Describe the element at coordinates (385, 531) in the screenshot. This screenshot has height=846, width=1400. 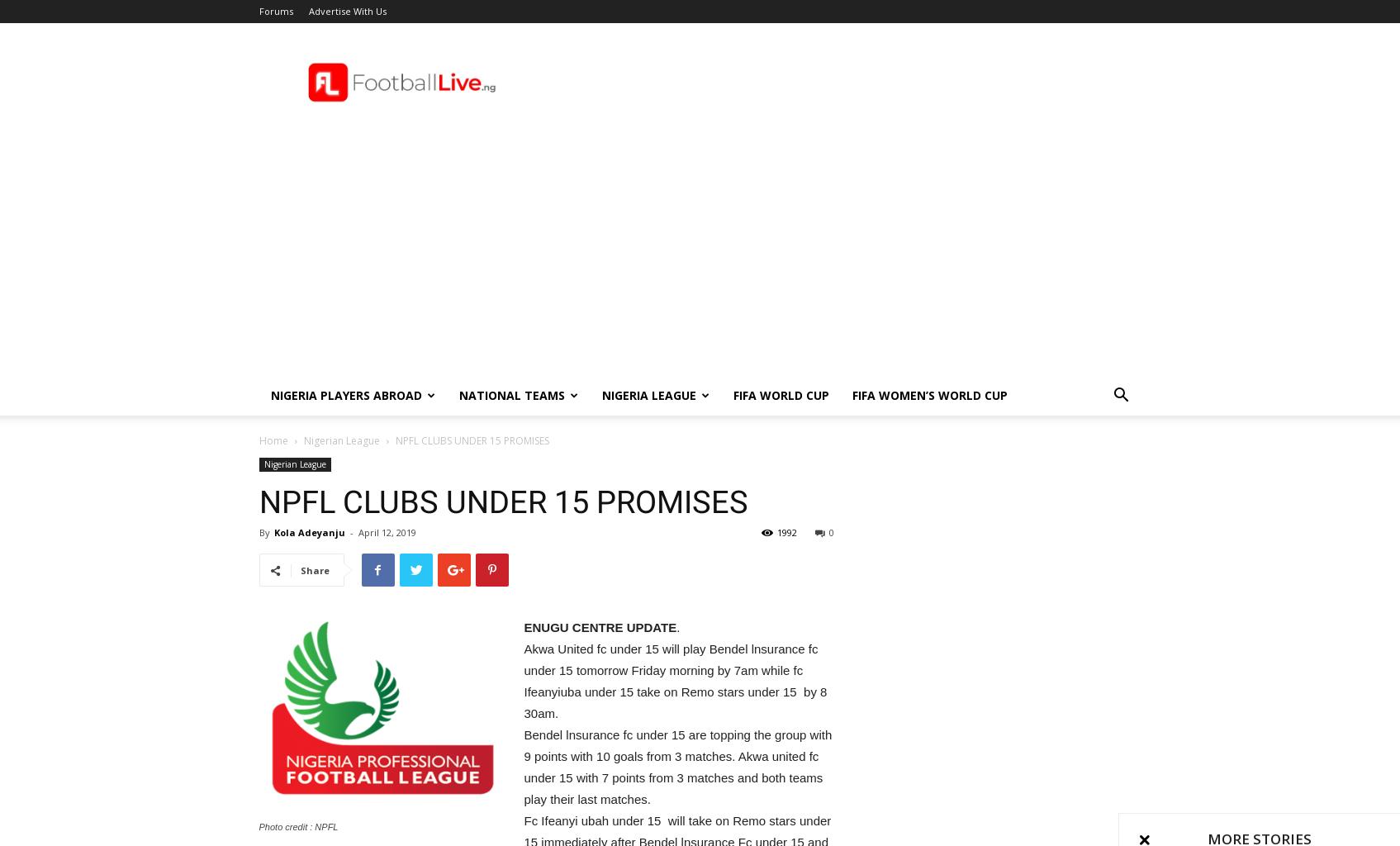
I see `'April 12, 2019'` at that location.